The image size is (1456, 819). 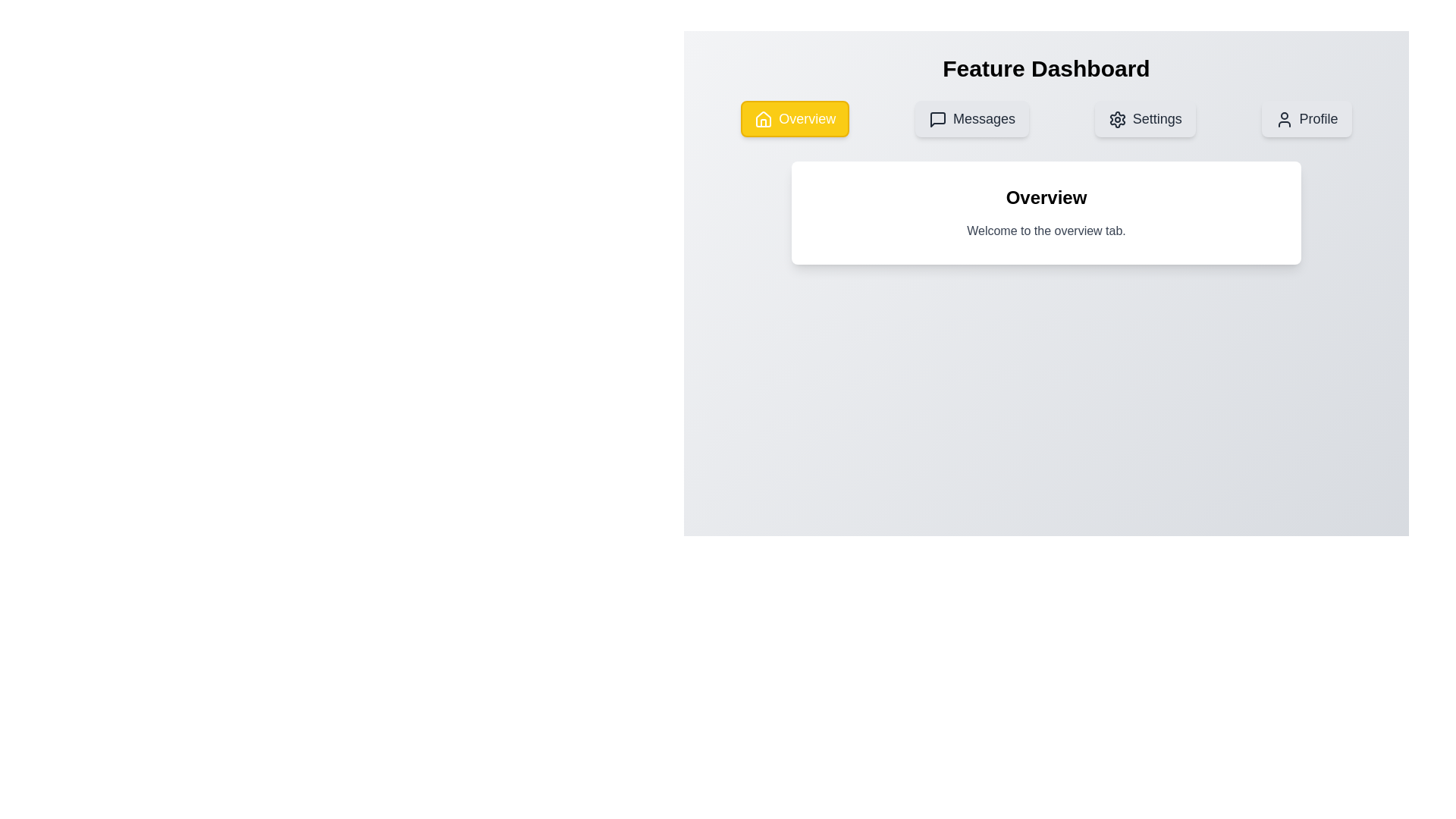 I want to click on the Profile tab by clicking on its corresponding button, so click(x=1306, y=118).